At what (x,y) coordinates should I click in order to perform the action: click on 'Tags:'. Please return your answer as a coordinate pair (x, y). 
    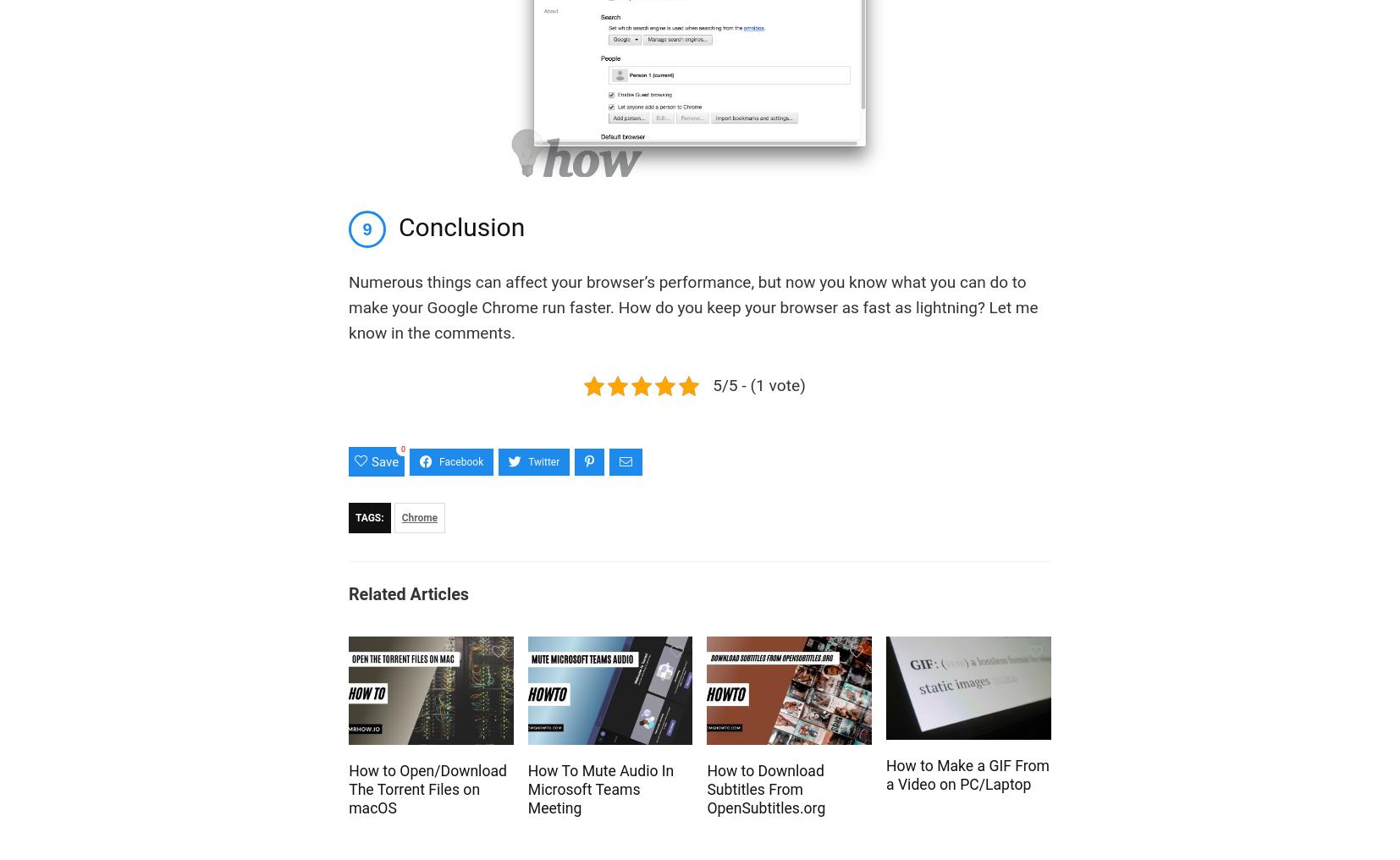
    Looking at the image, I should click on (369, 518).